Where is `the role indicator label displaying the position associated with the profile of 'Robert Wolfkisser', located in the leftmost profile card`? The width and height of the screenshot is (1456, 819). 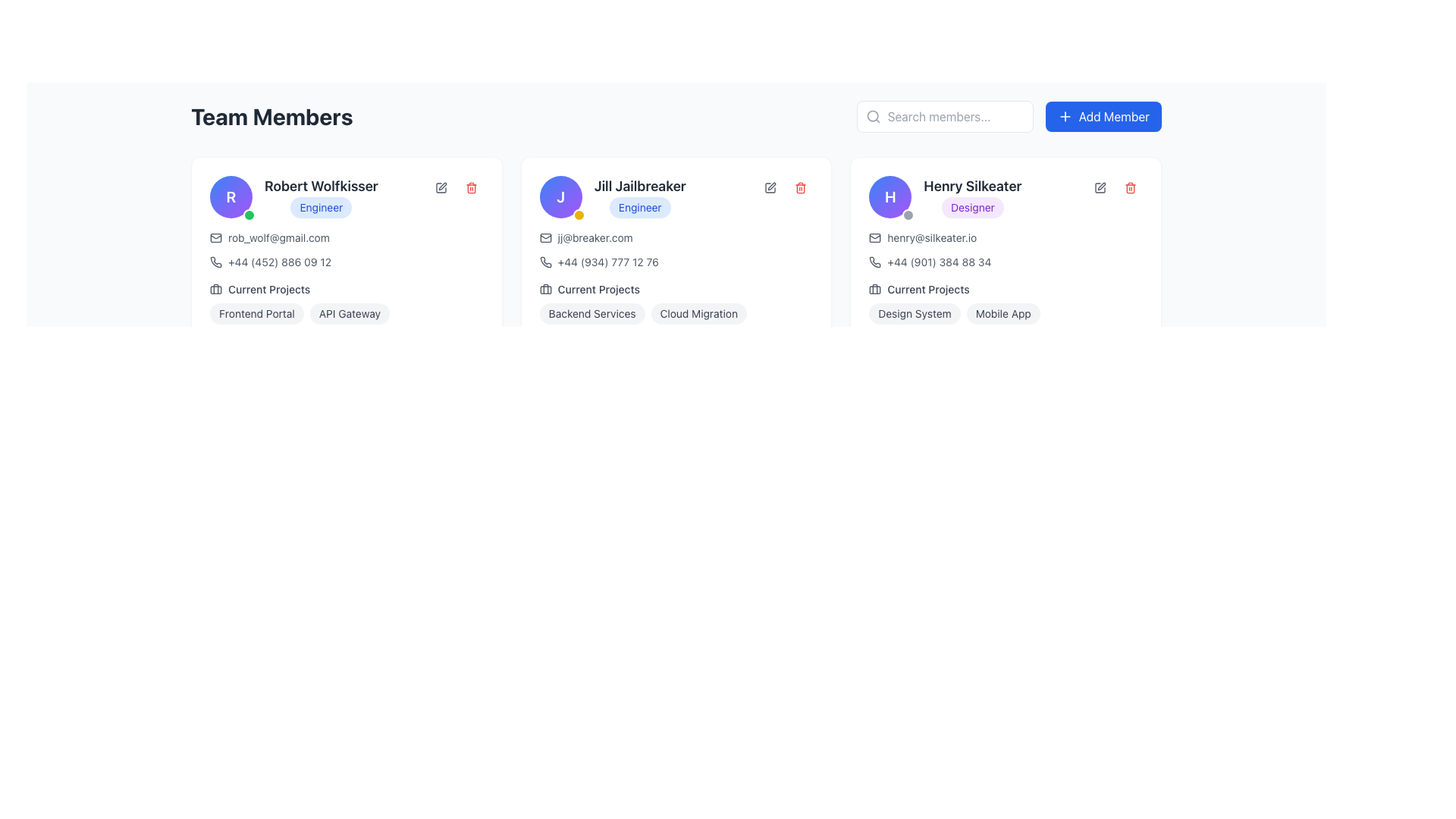
the role indicator label displaying the position associated with the profile of 'Robert Wolfkisser', located in the leftmost profile card is located at coordinates (320, 207).